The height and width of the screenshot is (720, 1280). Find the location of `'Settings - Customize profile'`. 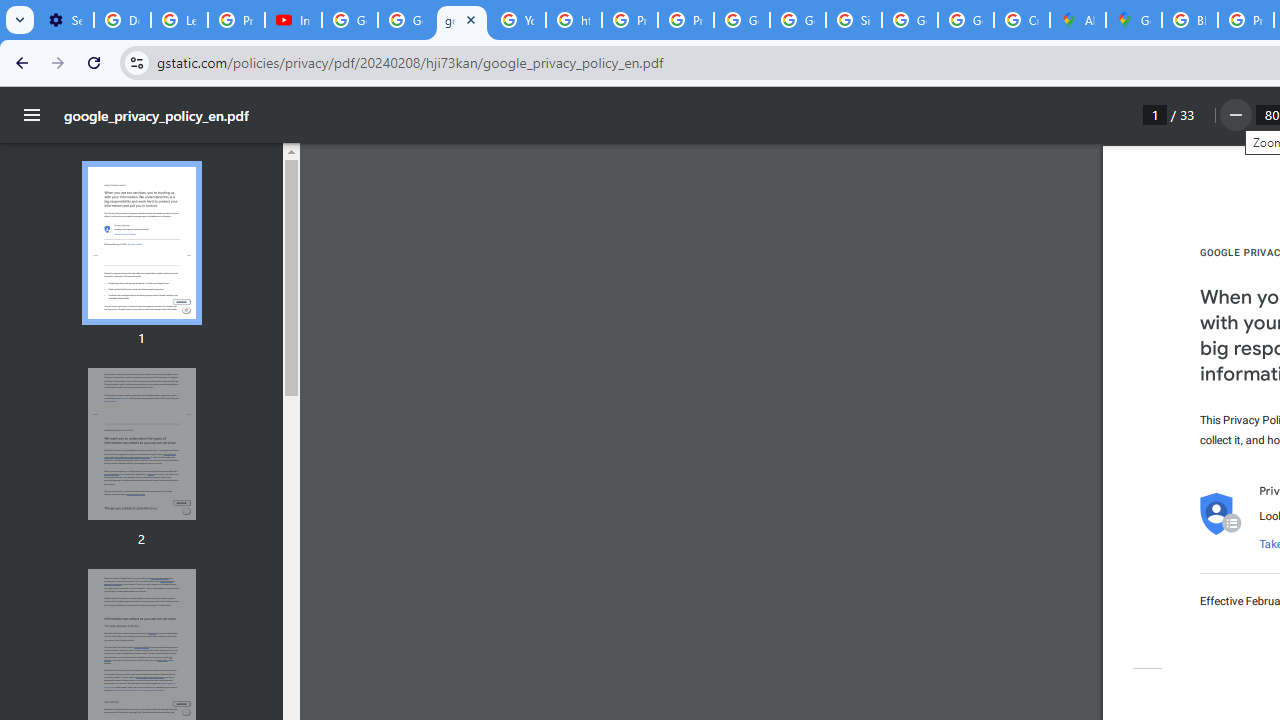

'Settings - Customize profile' is located at coordinates (65, 20).